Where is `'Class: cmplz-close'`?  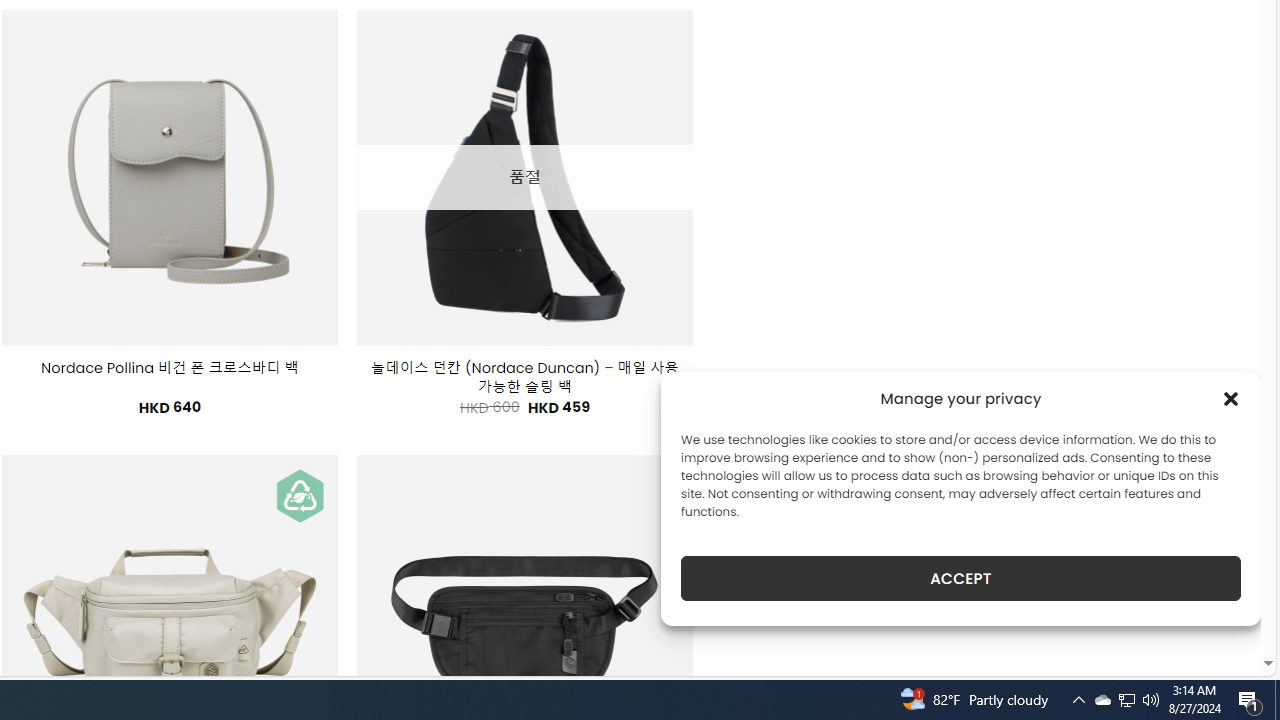 'Class: cmplz-close' is located at coordinates (1230, 398).